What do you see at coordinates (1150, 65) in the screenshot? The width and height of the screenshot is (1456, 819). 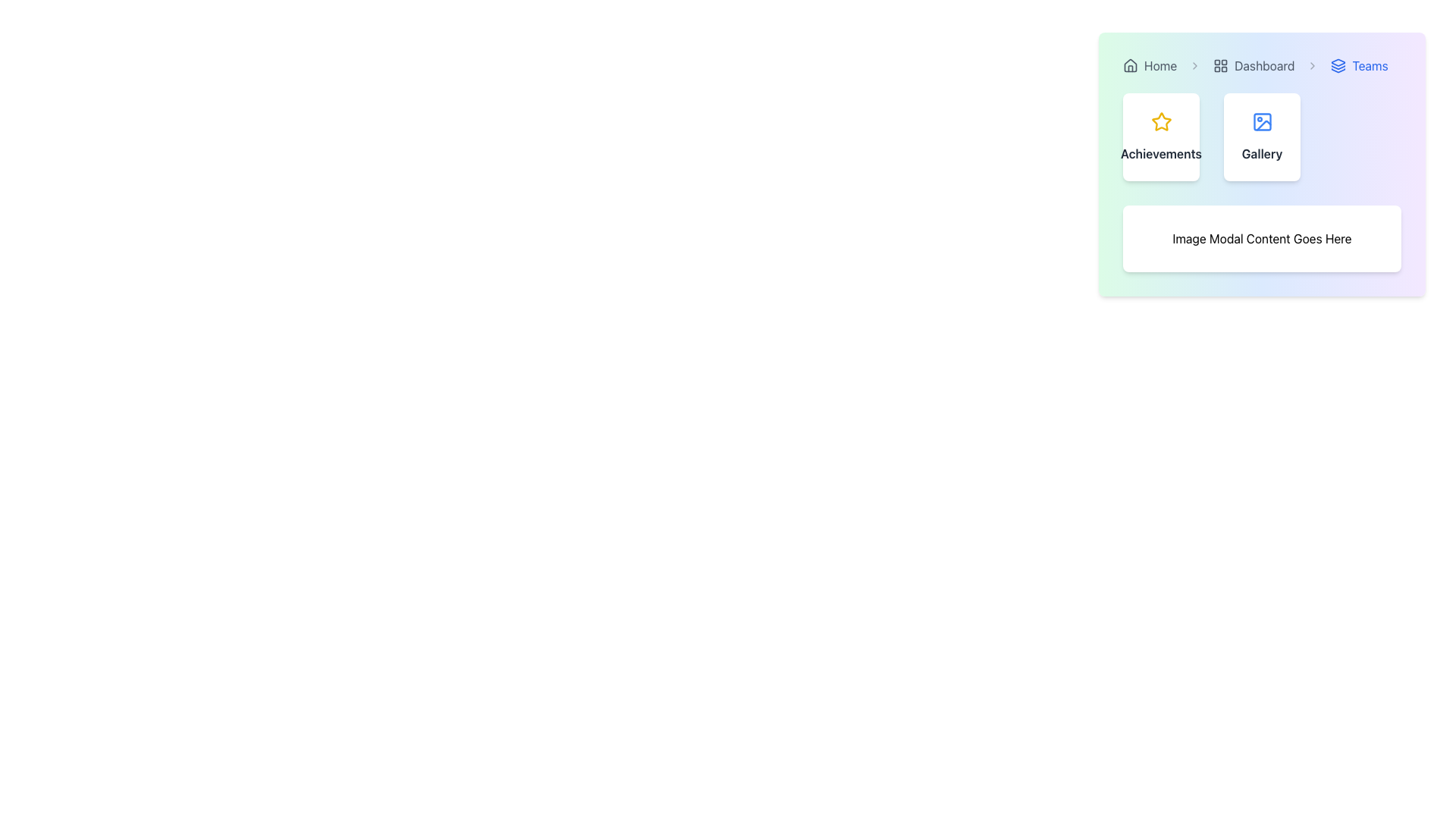 I see `the breadcrumb navigation link that serves as the initial link to the home page, located at the top-left of the content's card` at bounding box center [1150, 65].